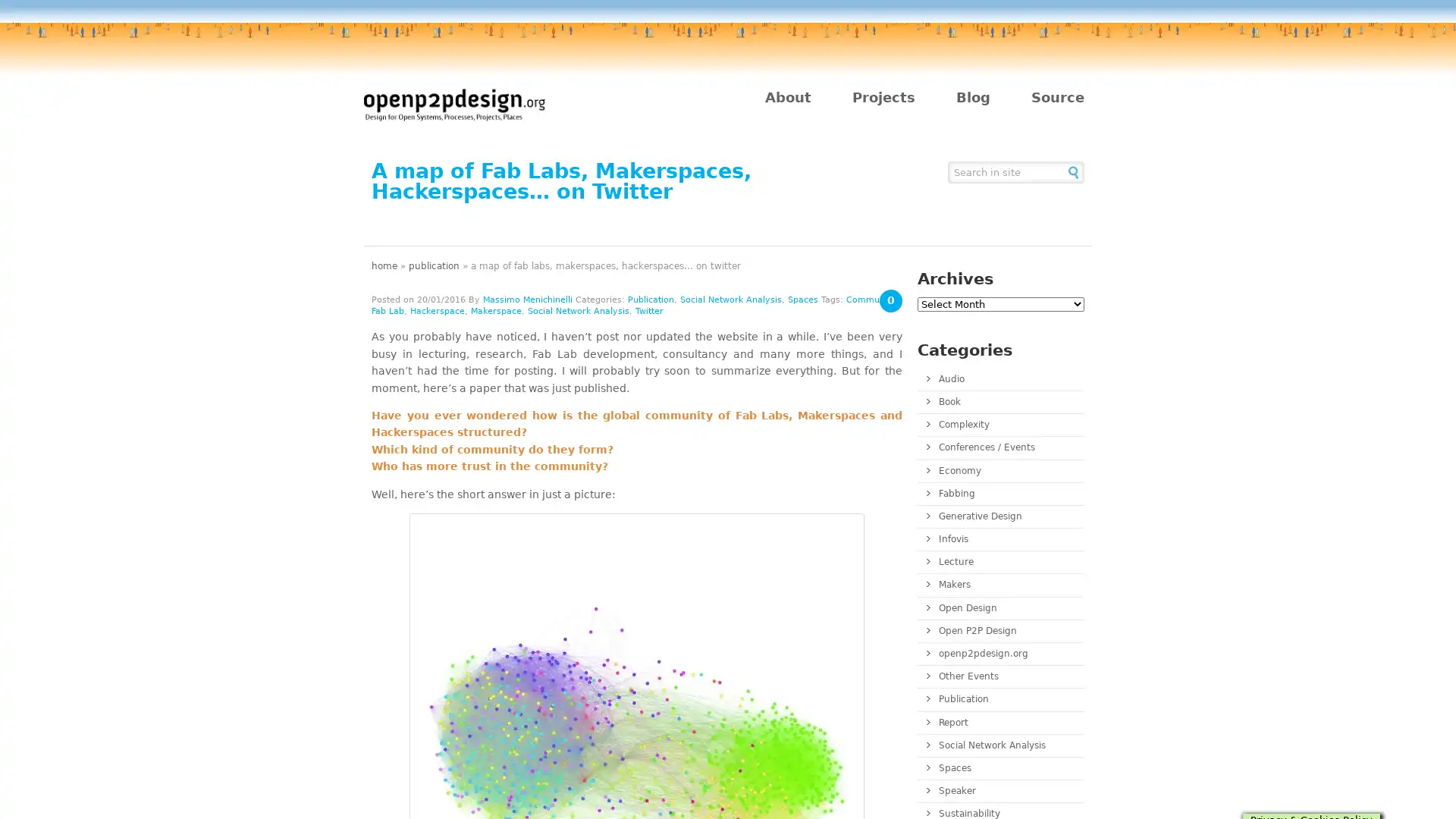  I want to click on Search, so click(1073, 171).